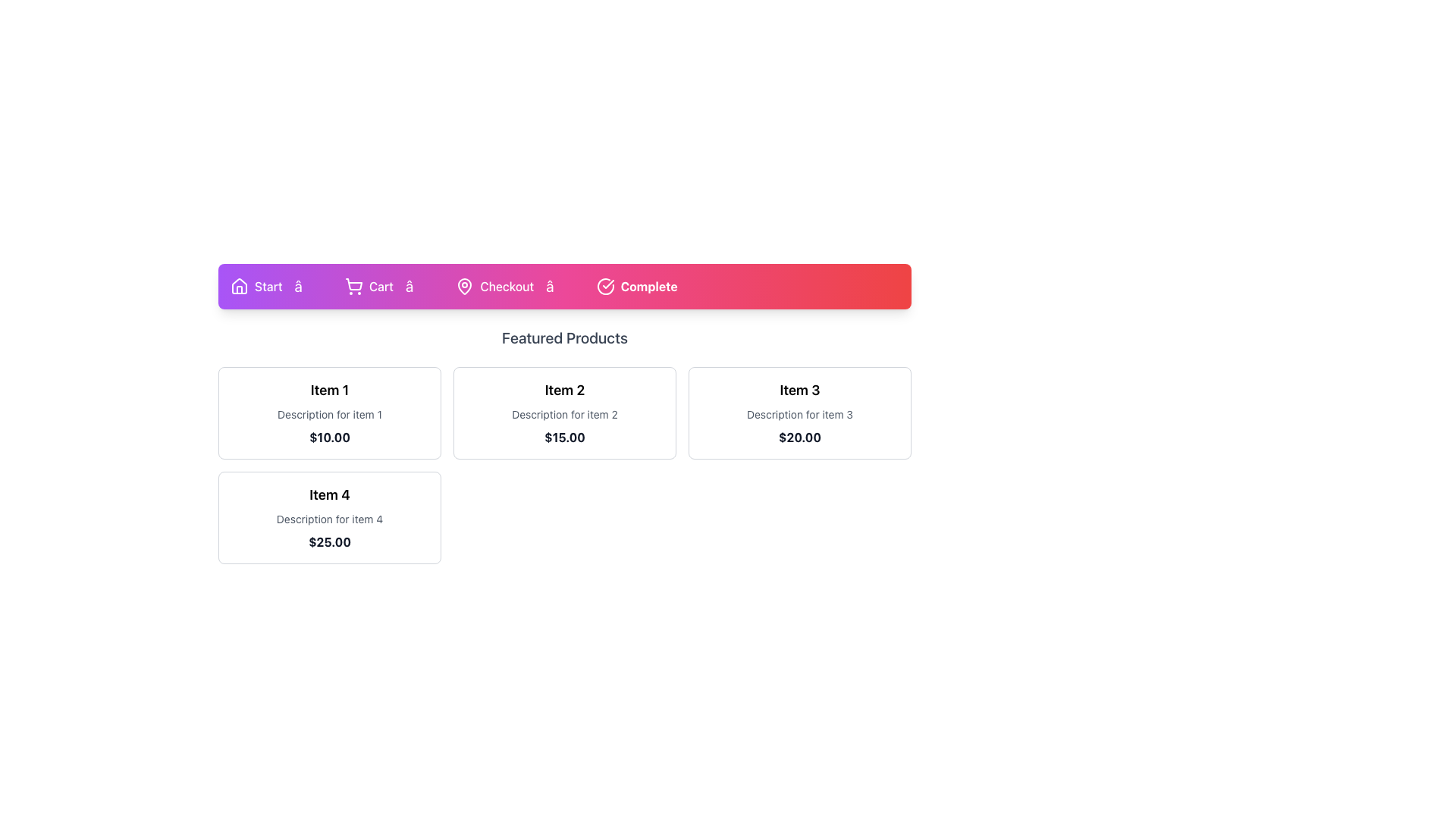 The width and height of the screenshot is (1456, 819). What do you see at coordinates (563, 438) in the screenshot?
I see `the price information text label located at the bottom of the second card in the 'Featured Products' section, under the title 'Item 2'` at bounding box center [563, 438].